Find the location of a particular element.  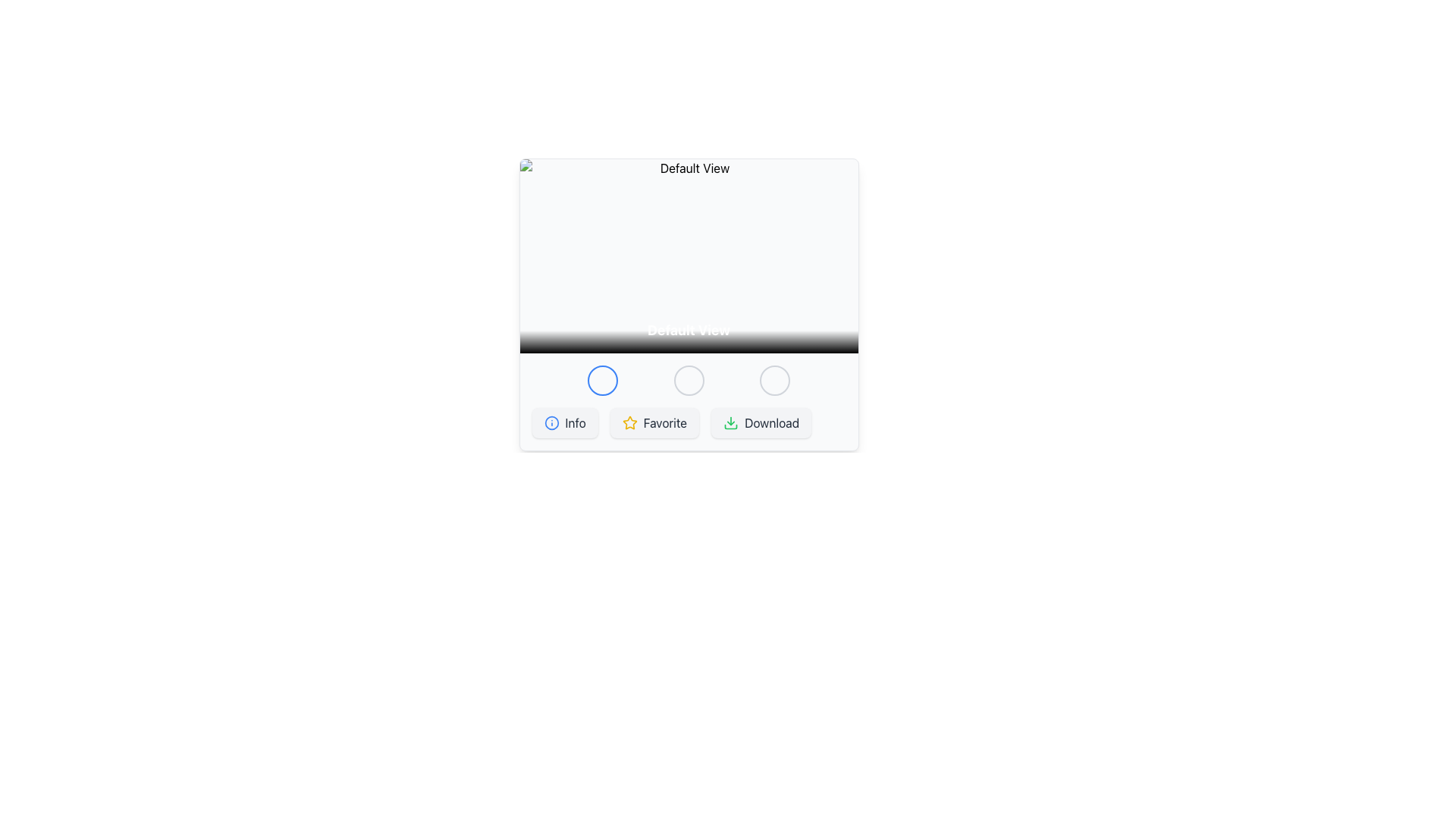

the small circular profile image with an orange background and a light gray rounded border, which is the third in a row of three similar images is located at coordinates (775, 379).